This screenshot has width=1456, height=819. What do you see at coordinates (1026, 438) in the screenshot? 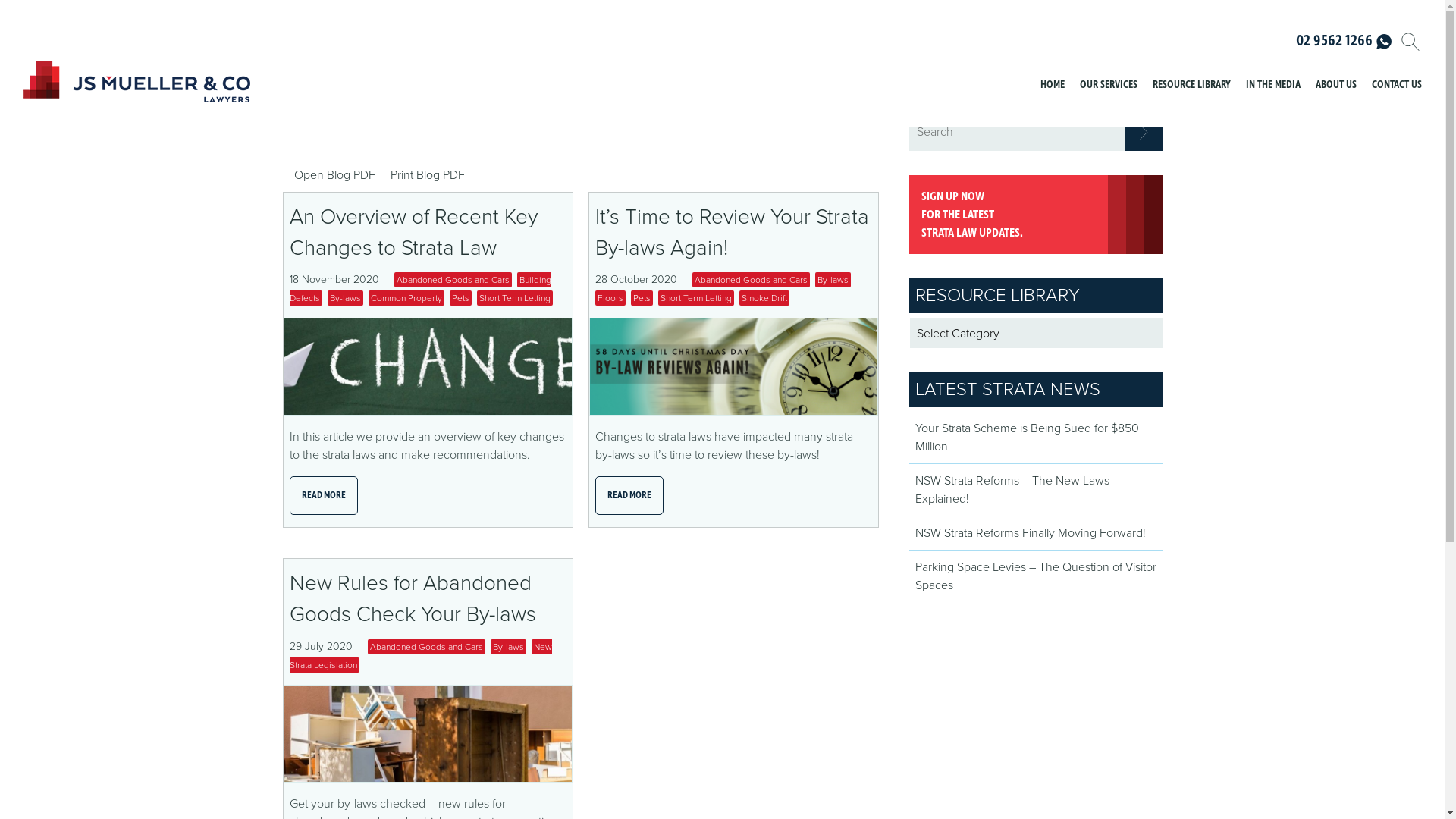
I see `'Your Strata Scheme is Being Sued for $850 Million'` at bounding box center [1026, 438].